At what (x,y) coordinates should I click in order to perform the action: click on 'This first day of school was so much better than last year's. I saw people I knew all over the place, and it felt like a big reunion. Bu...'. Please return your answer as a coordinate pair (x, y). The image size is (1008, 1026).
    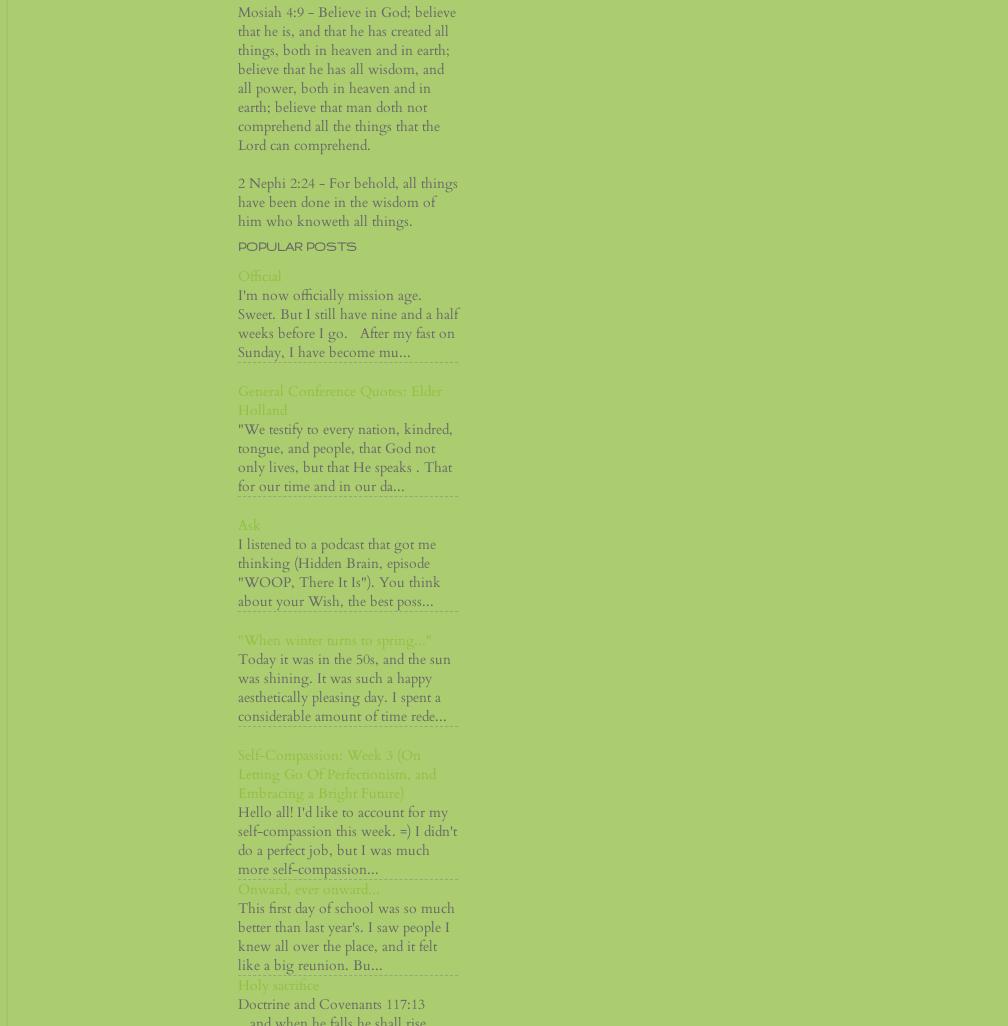
    Looking at the image, I should click on (237, 937).